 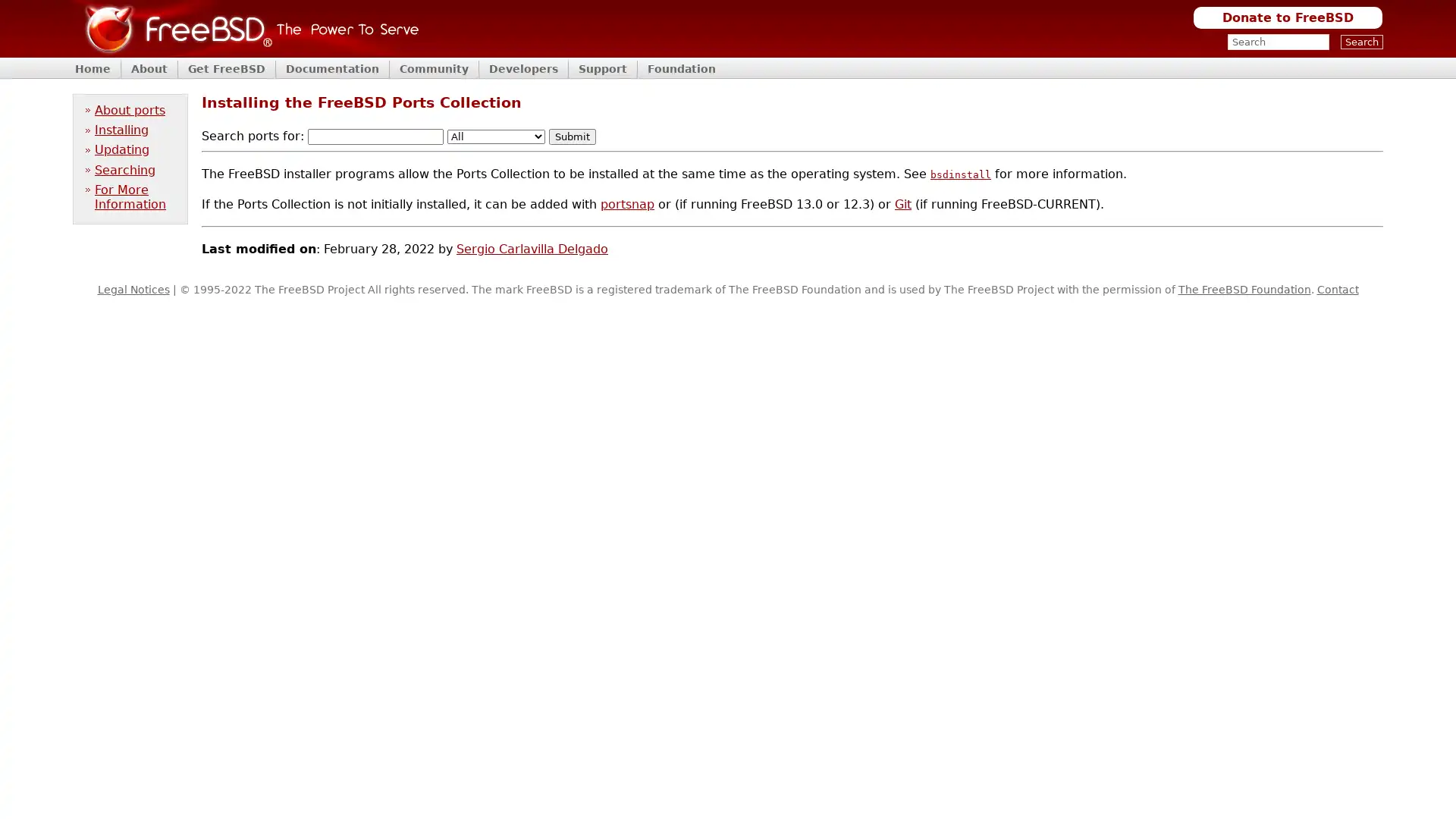 I want to click on Submit, so click(x=571, y=136).